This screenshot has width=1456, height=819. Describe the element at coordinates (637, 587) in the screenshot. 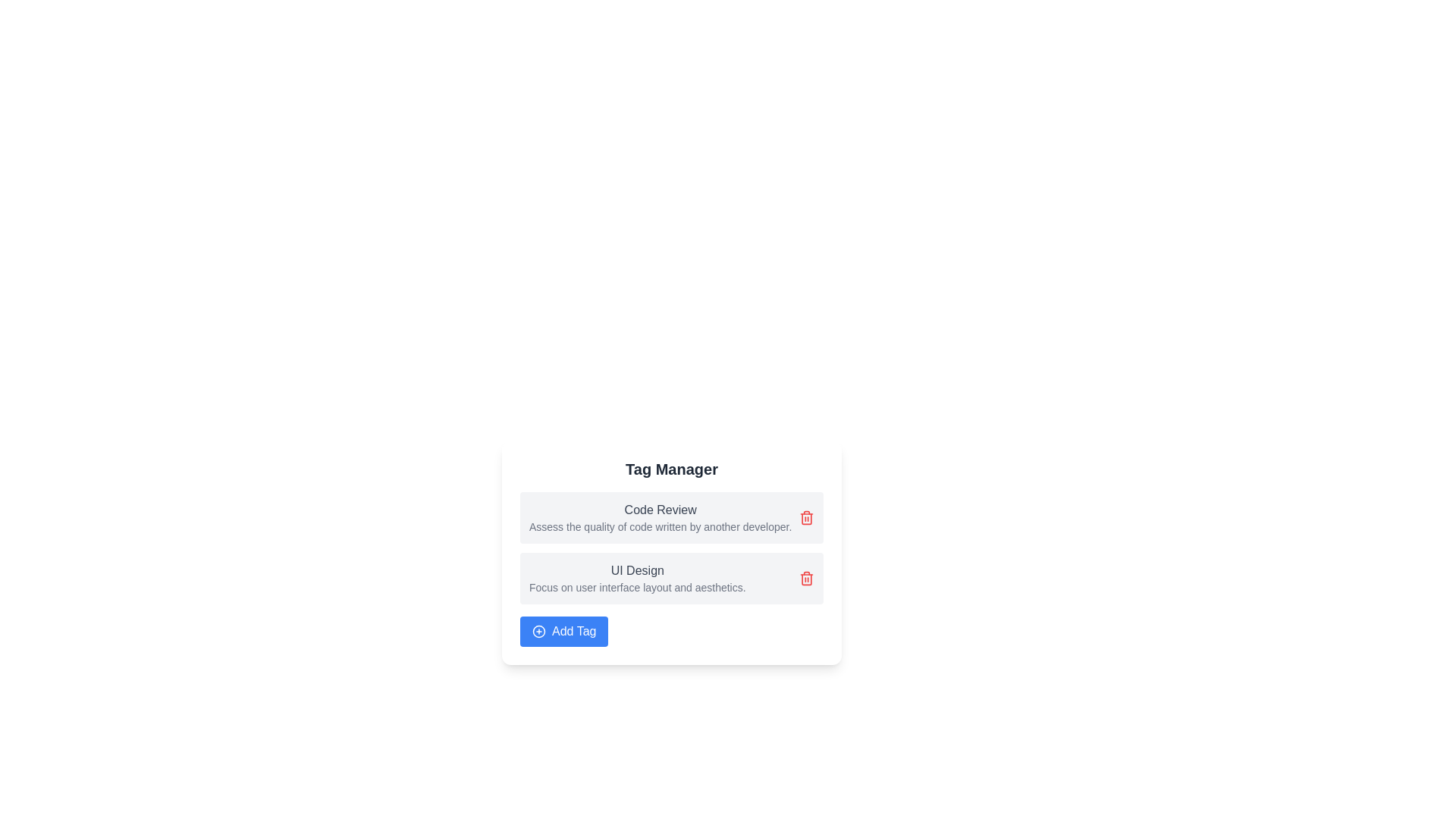

I see `the descriptive text label 'Focus on user interface layout and aesthetics.' which is styled in a smaller font size and muted gray color, located beneath the title 'UI Design'` at that location.